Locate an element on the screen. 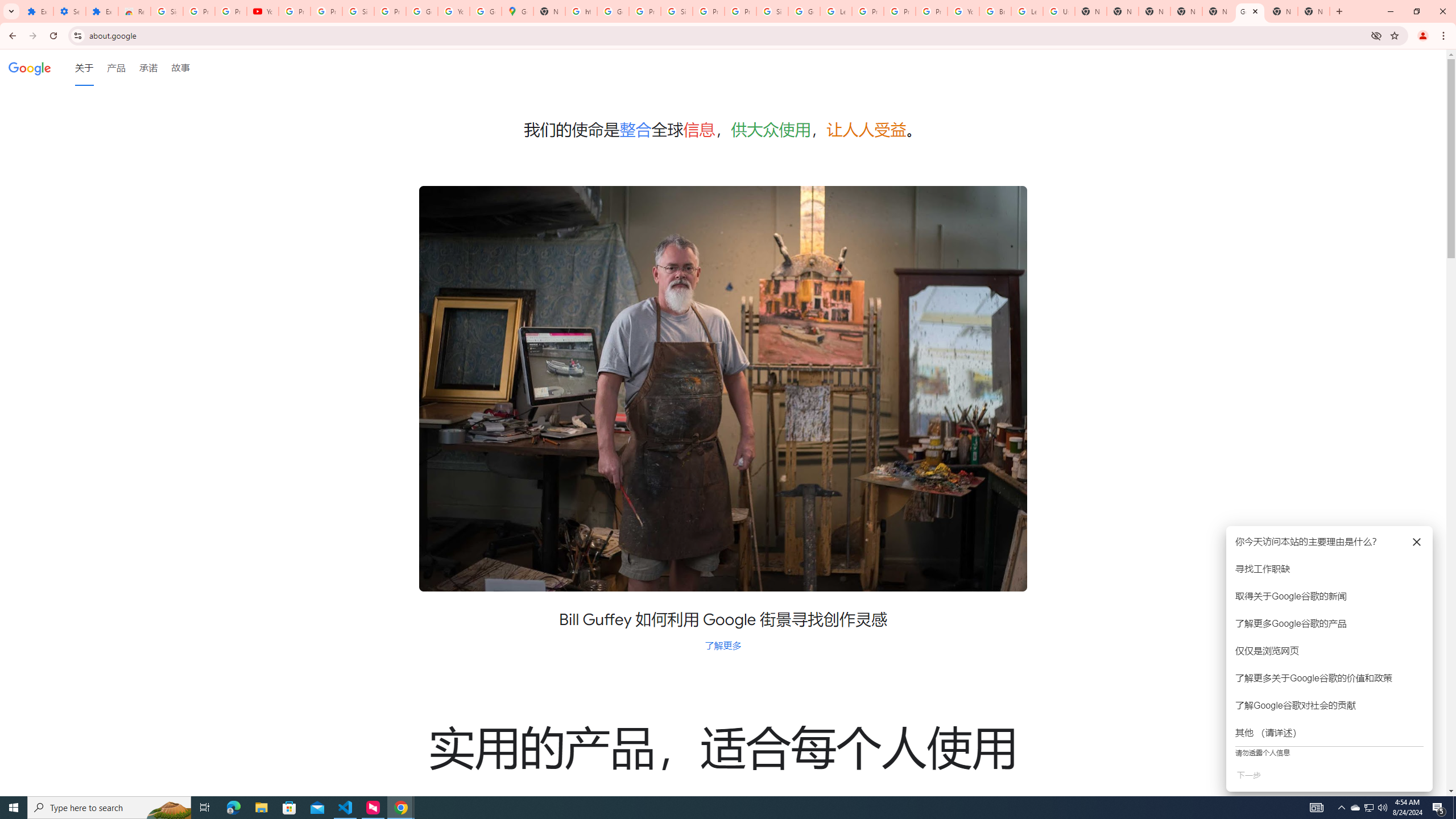 The height and width of the screenshot is (819, 1456). 'https://scholar.google.com/' is located at coordinates (581, 11).